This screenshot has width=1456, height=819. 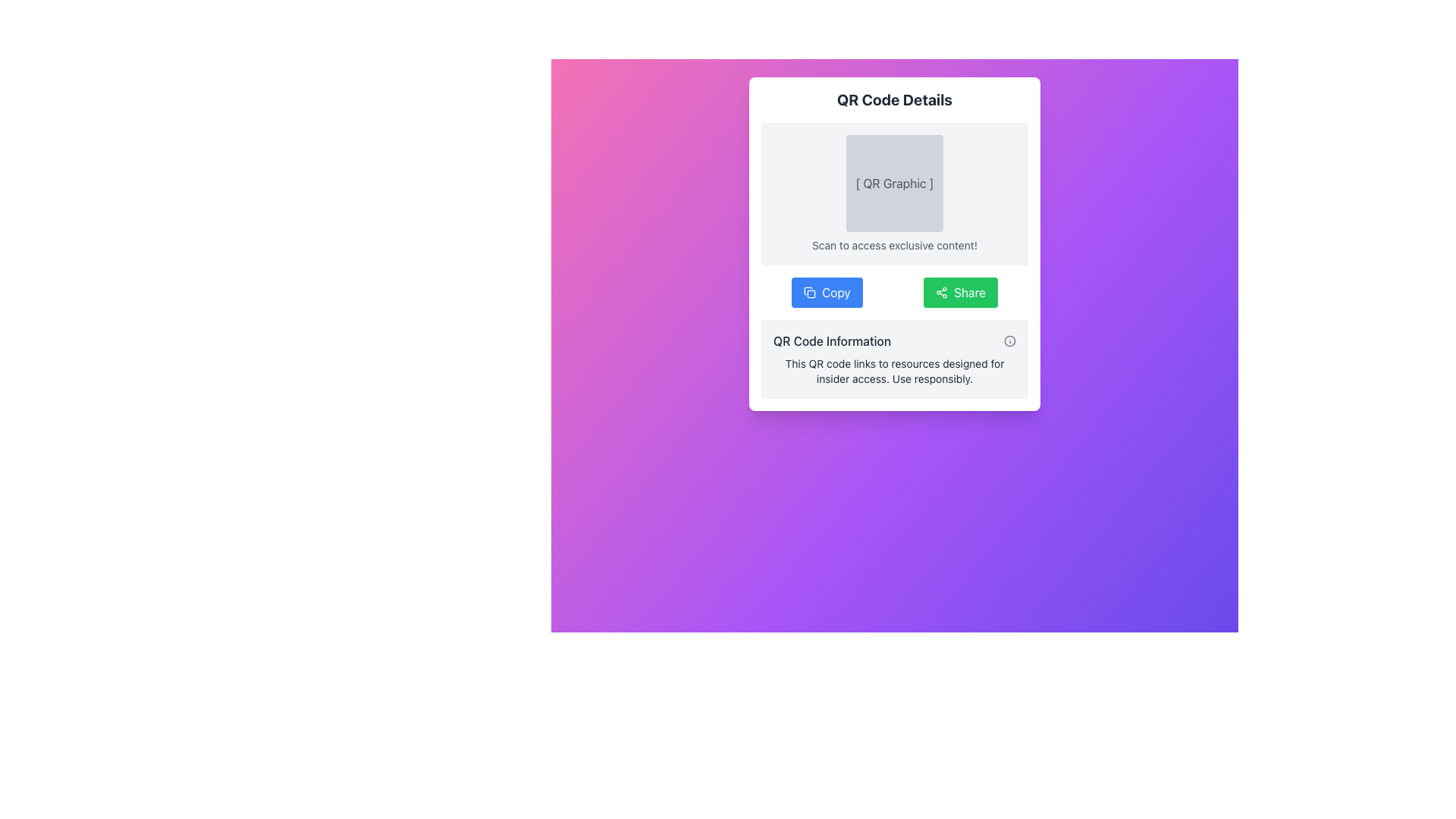 I want to click on the small icon resembling a connection or share symbol, which is located on the left side of the green 'Share' button, aligned vertically with the button text, so click(x=941, y=292).